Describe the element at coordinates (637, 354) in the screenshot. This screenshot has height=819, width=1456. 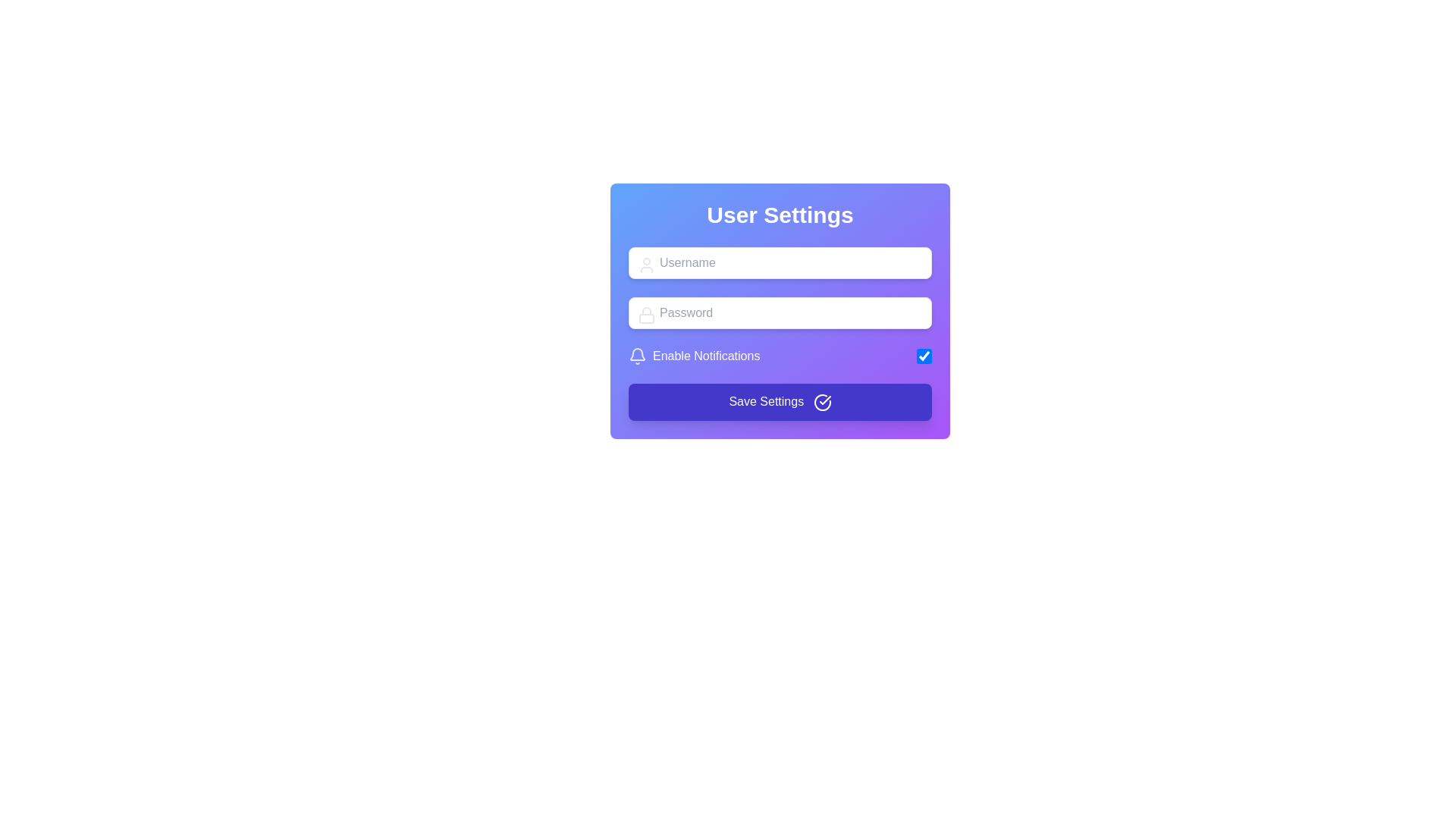
I see `the bell icon located to the left of the 'Enable Notifications' text` at that location.